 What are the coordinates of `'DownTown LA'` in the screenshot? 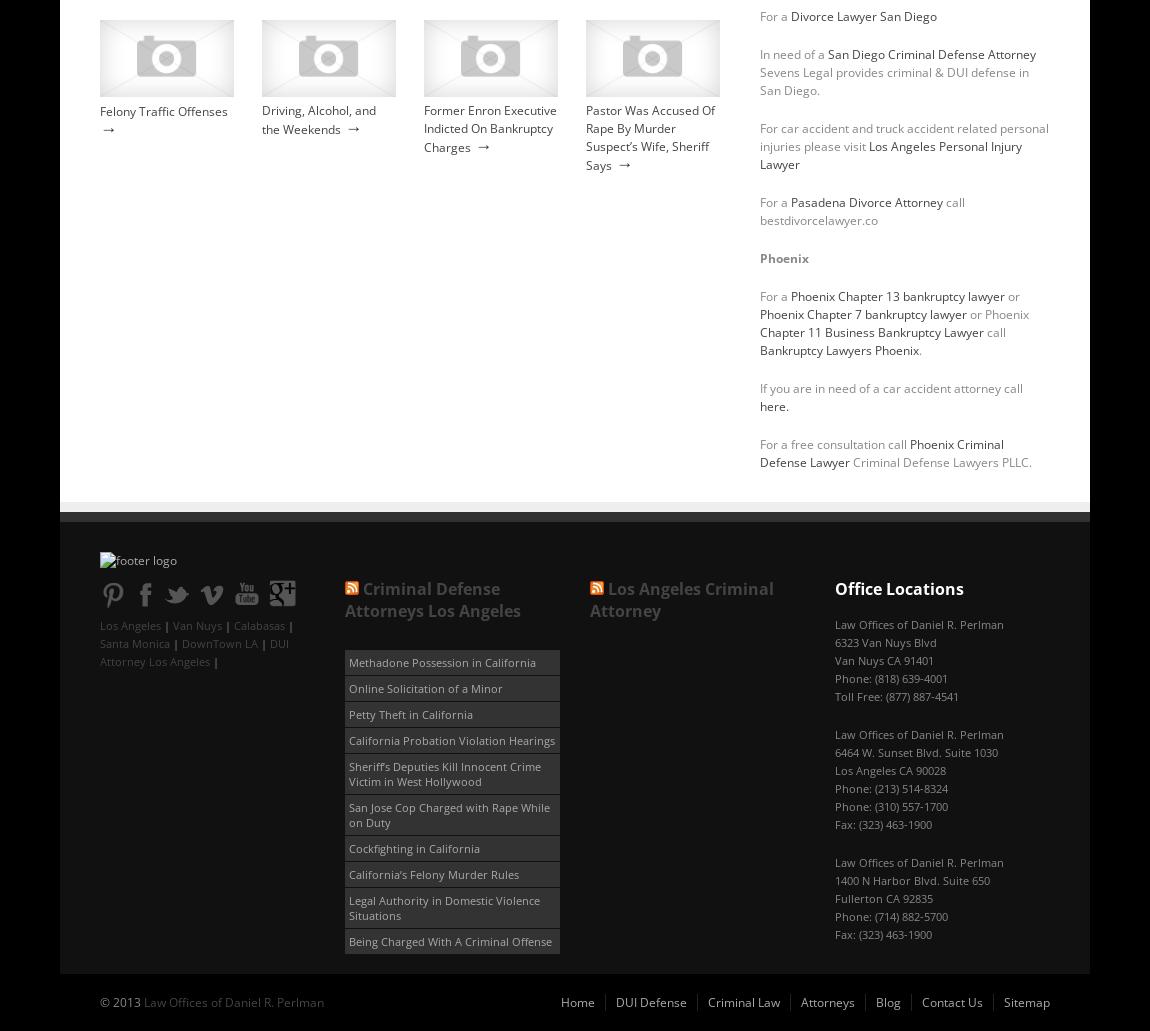 It's located at (218, 643).